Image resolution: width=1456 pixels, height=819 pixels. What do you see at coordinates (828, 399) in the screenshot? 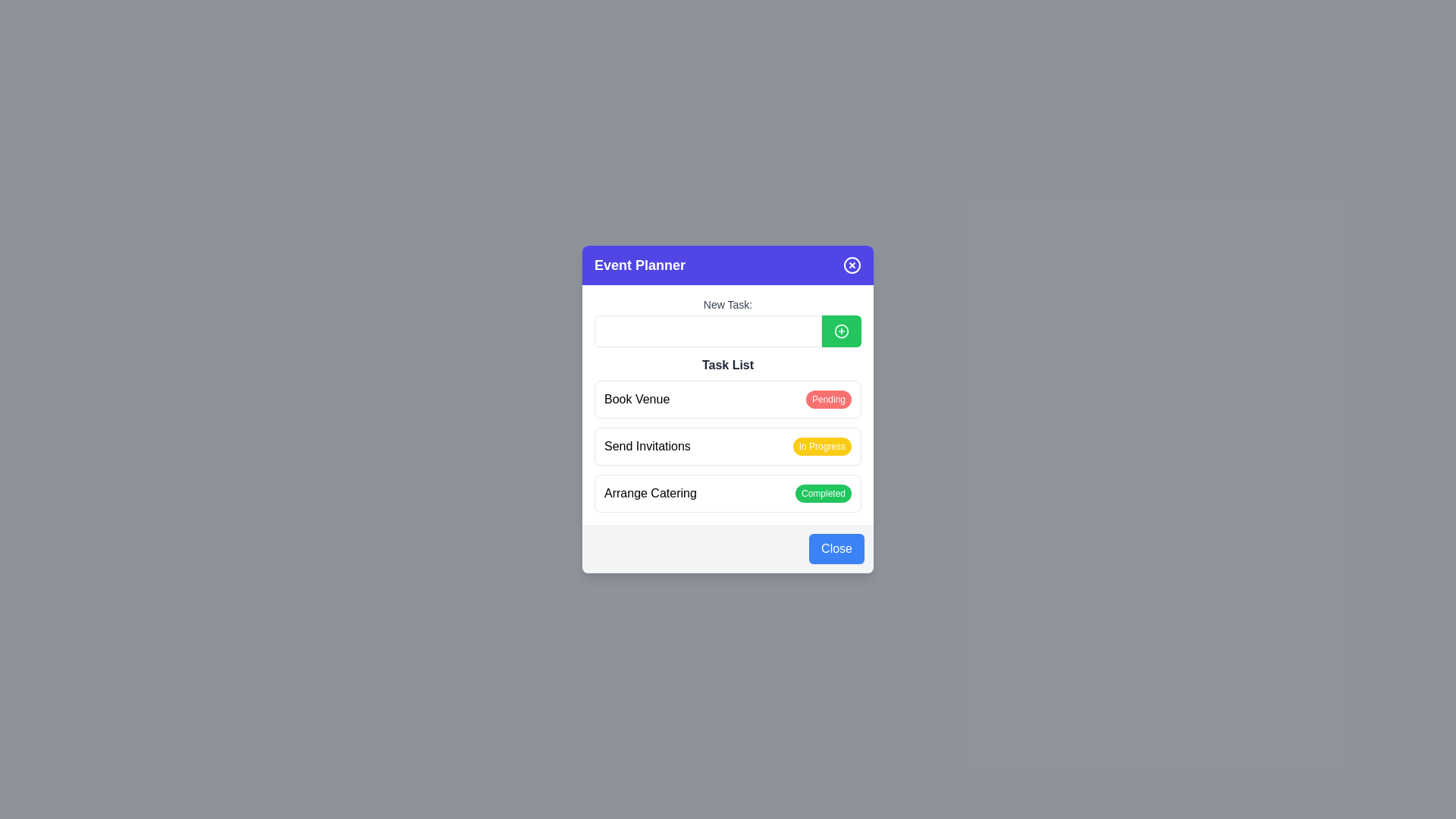
I see `the text of the Status Badge with a red background and white text displaying 'Pending', located on the right side of the 'Book Venue' list item` at bounding box center [828, 399].